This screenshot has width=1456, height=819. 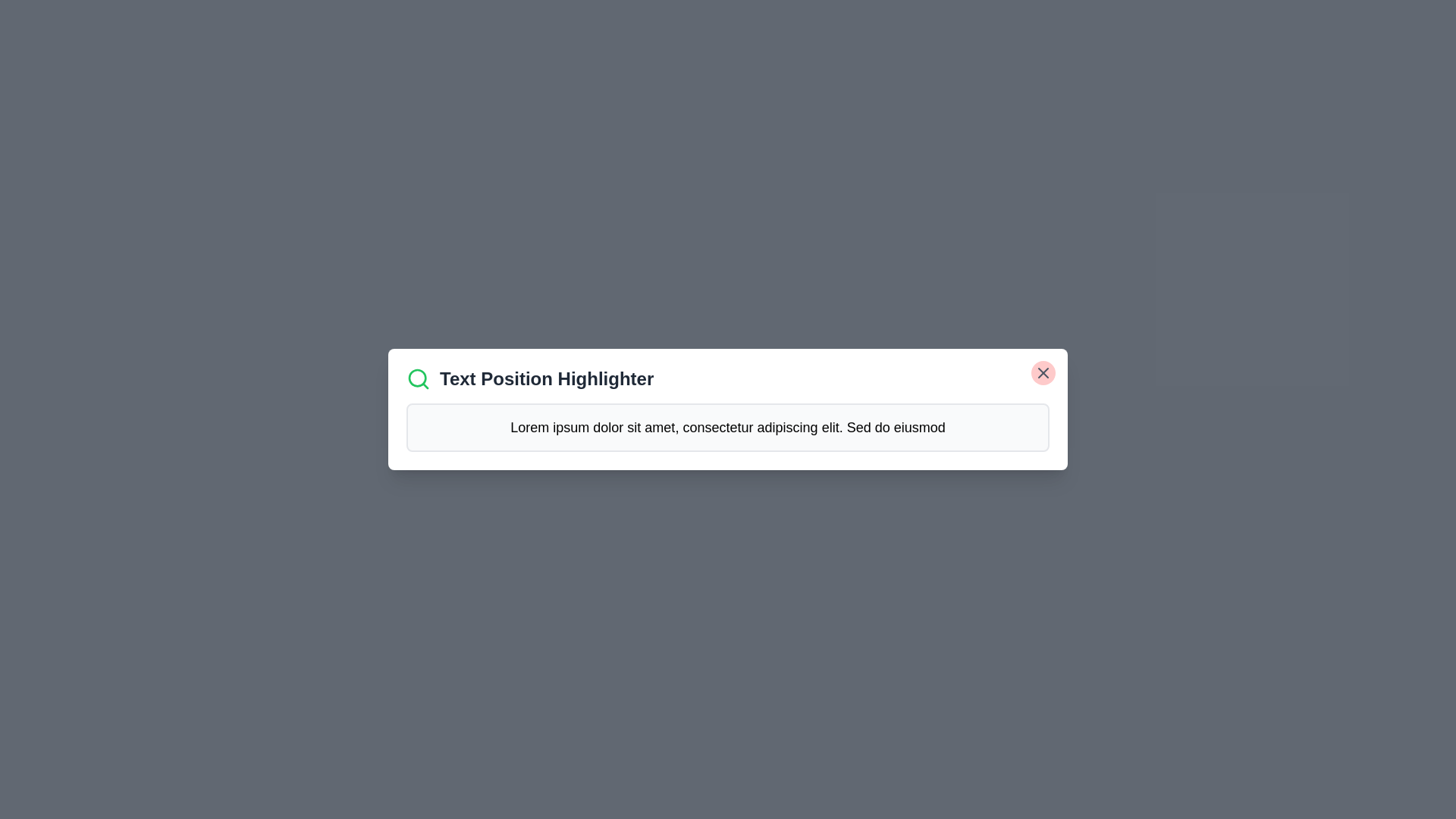 What do you see at coordinates (1043, 373) in the screenshot?
I see `the close button at the top-right corner of the dialog` at bounding box center [1043, 373].